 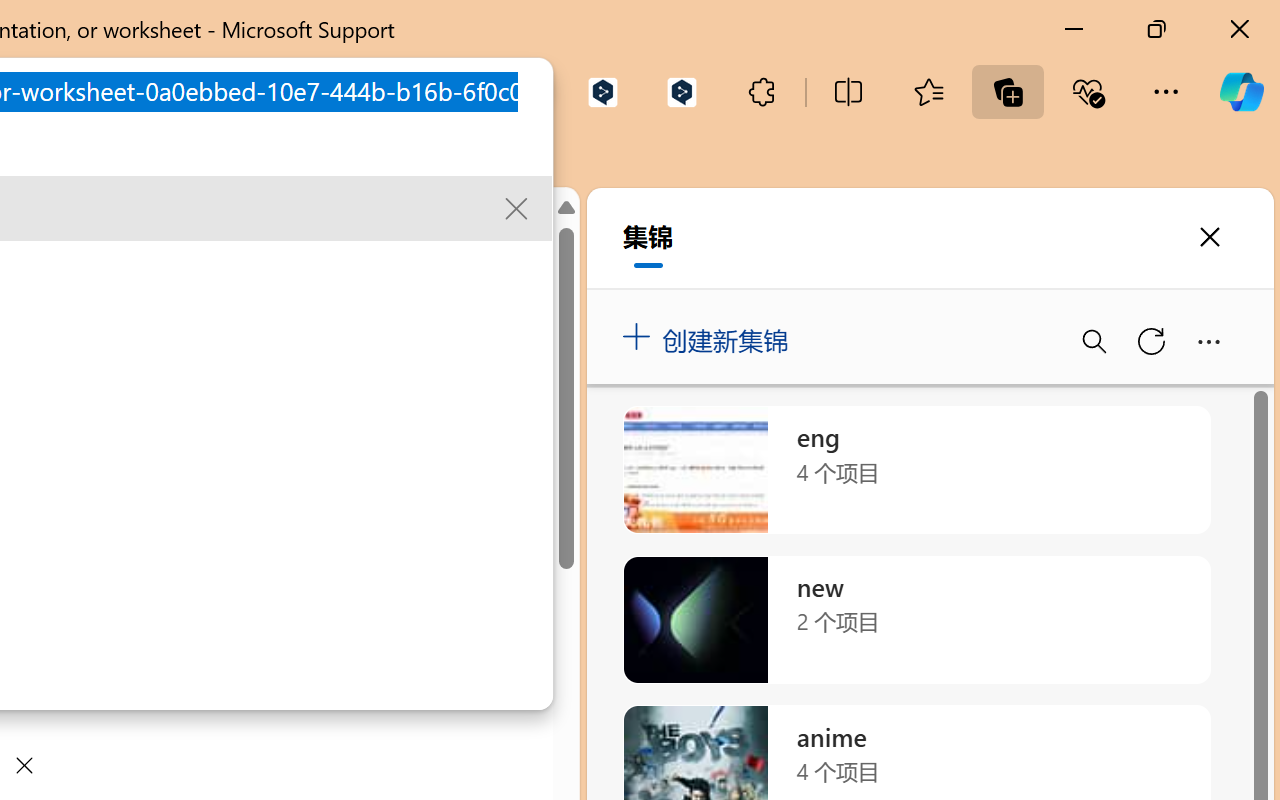 What do you see at coordinates (1240, 91) in the screenshot?
I see `'Copilot (Ctrl+Shift+.)'` at bounding box center [1240, 91].